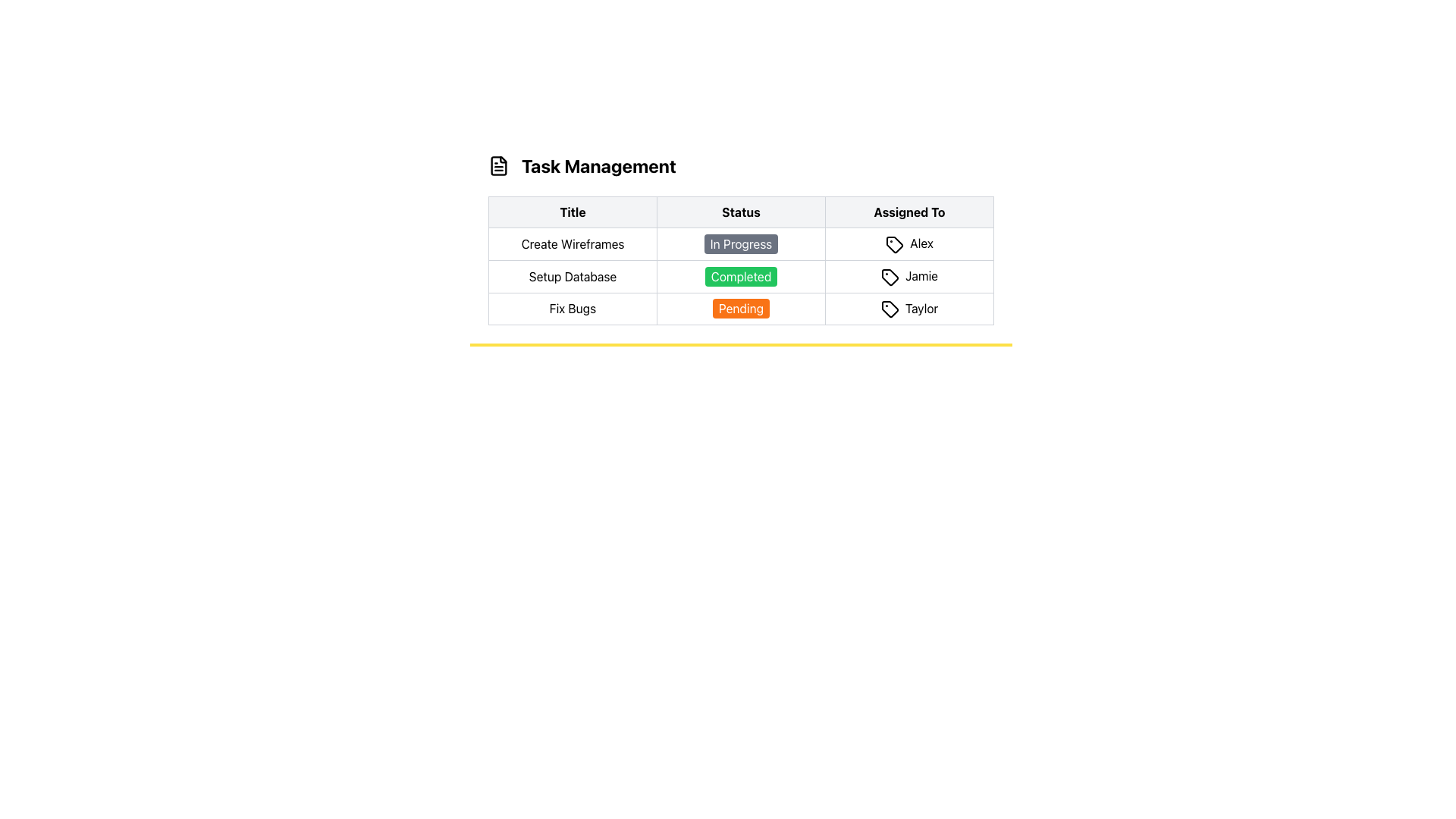  Describe the element at coordinates (890, 309) in the screenshot. I see `the icon shaped like a tag in the third row of the 'Assigned To' column, which has a circular dot near its top-left corner and is associated with the text 'Taylor'` at that location.